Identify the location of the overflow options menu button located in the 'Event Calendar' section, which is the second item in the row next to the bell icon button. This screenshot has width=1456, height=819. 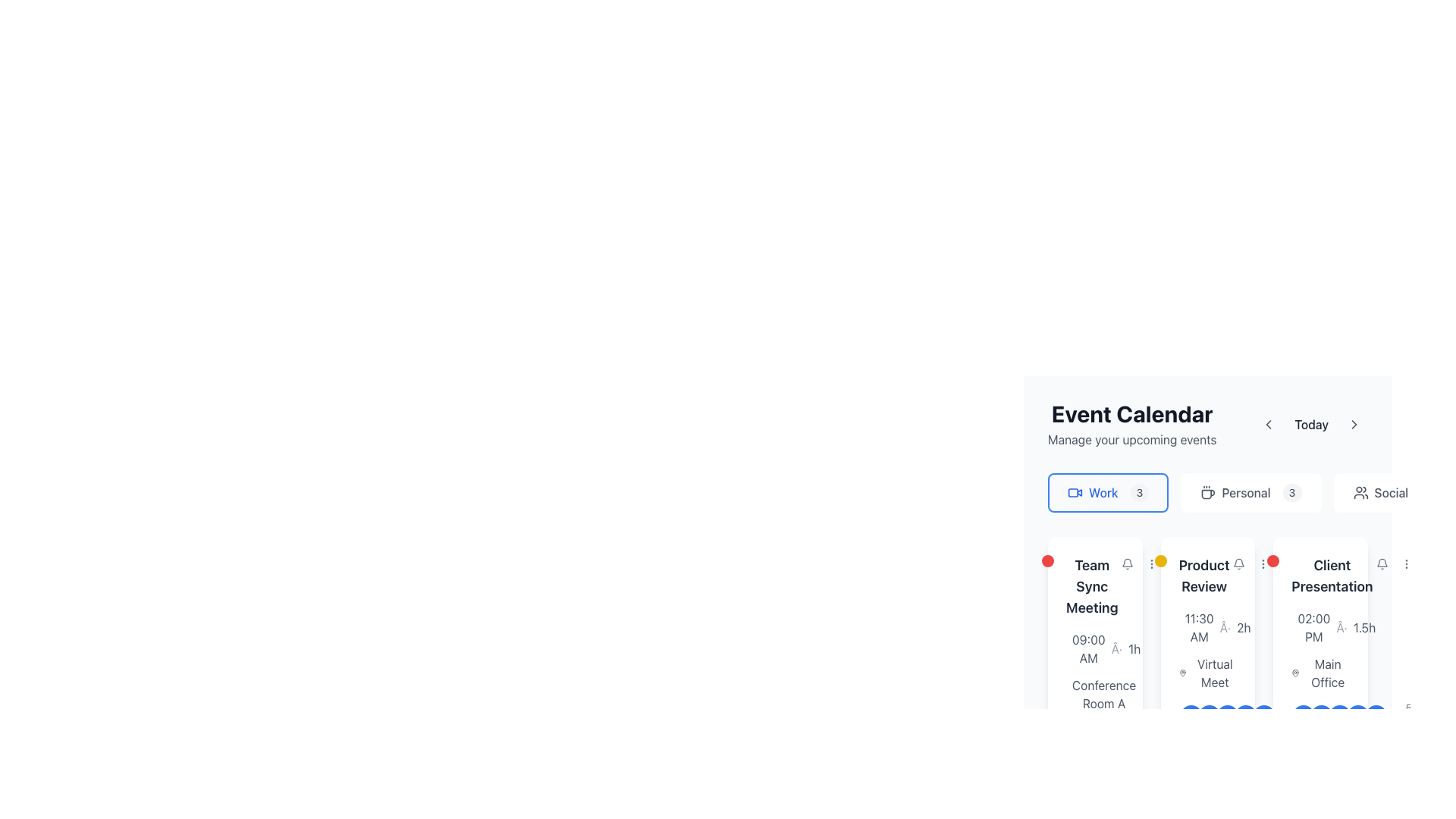
(1151, 564).